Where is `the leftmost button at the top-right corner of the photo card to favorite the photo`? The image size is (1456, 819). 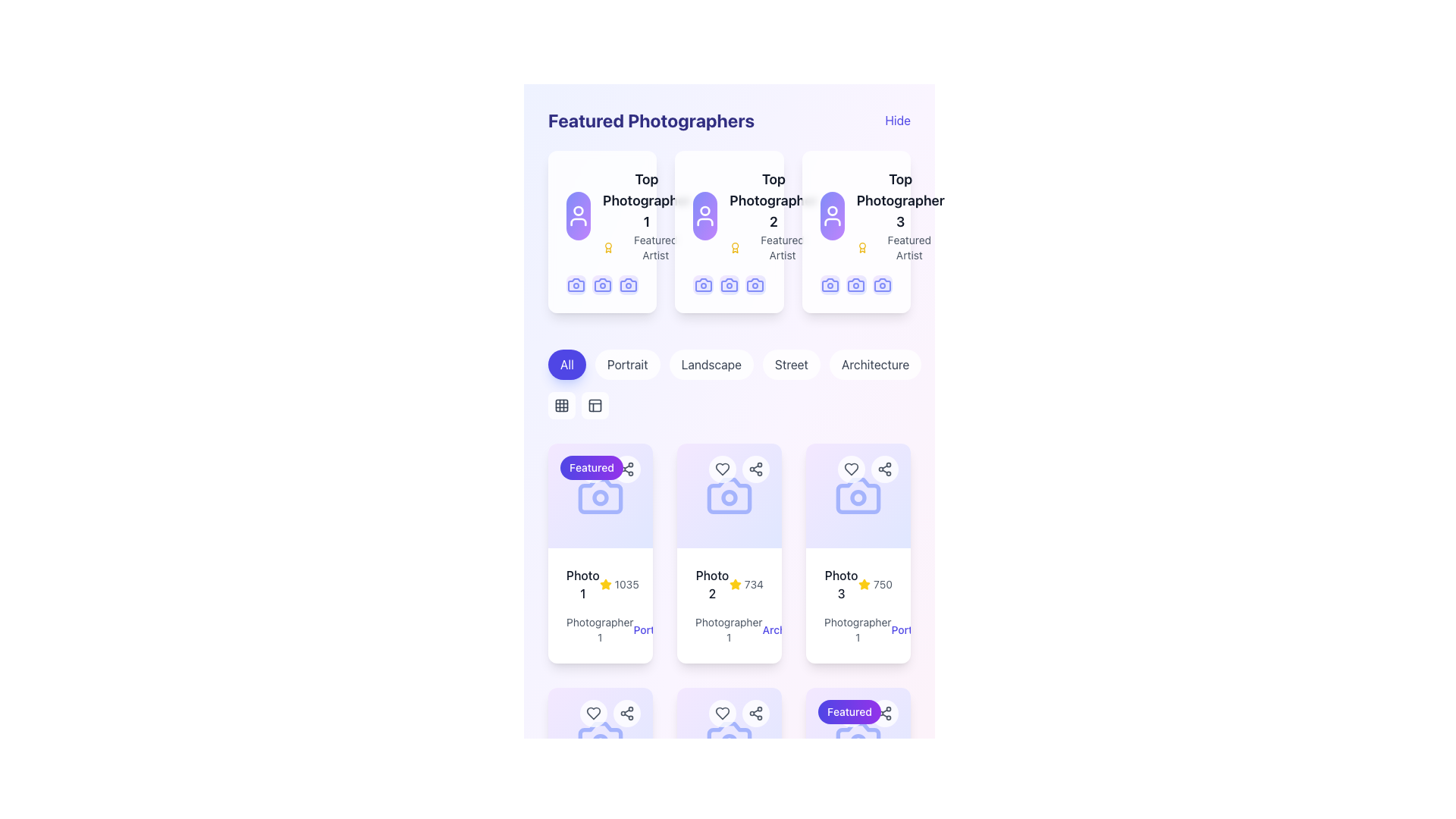 the leftmost button at the top-right corner of the photo card to favorite the photo is located at coordinates (592, 714).